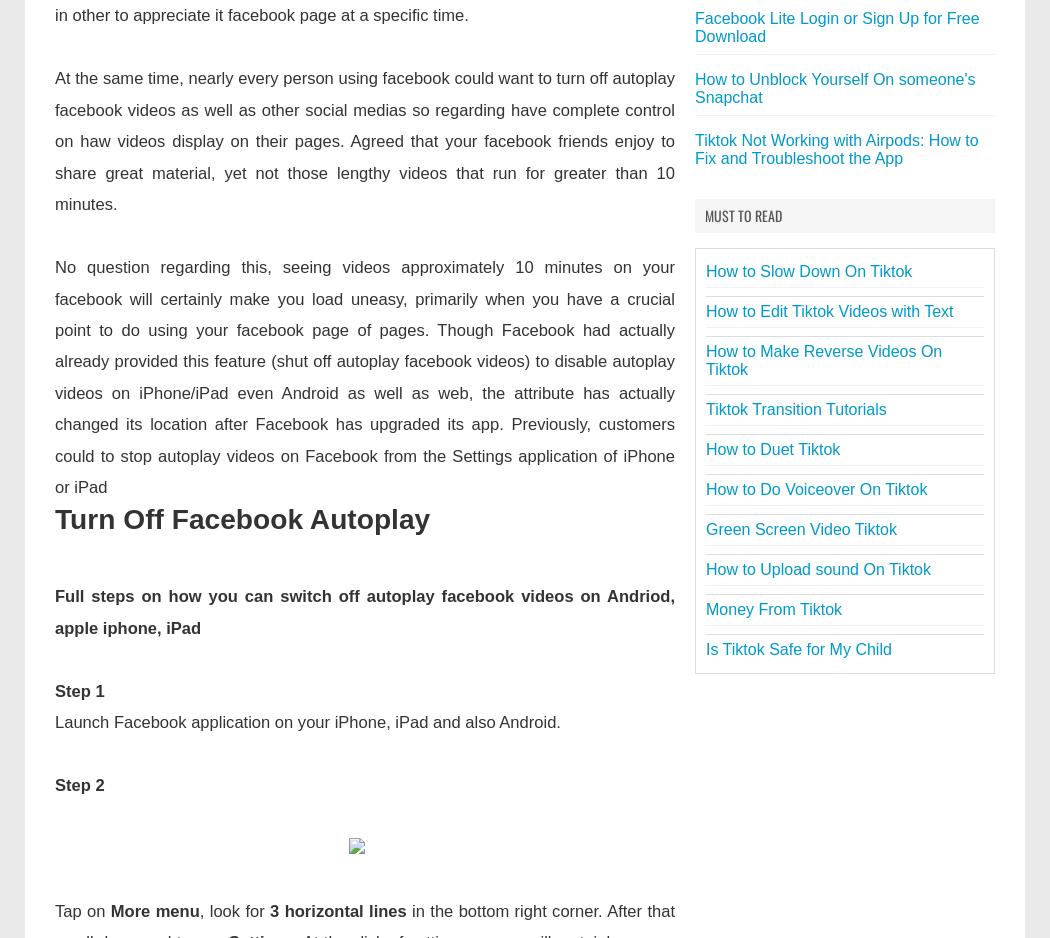 This screenshot has height=938, width=1050. I want to click on 'Green Screen Video Tiktok', so click(800, 528).